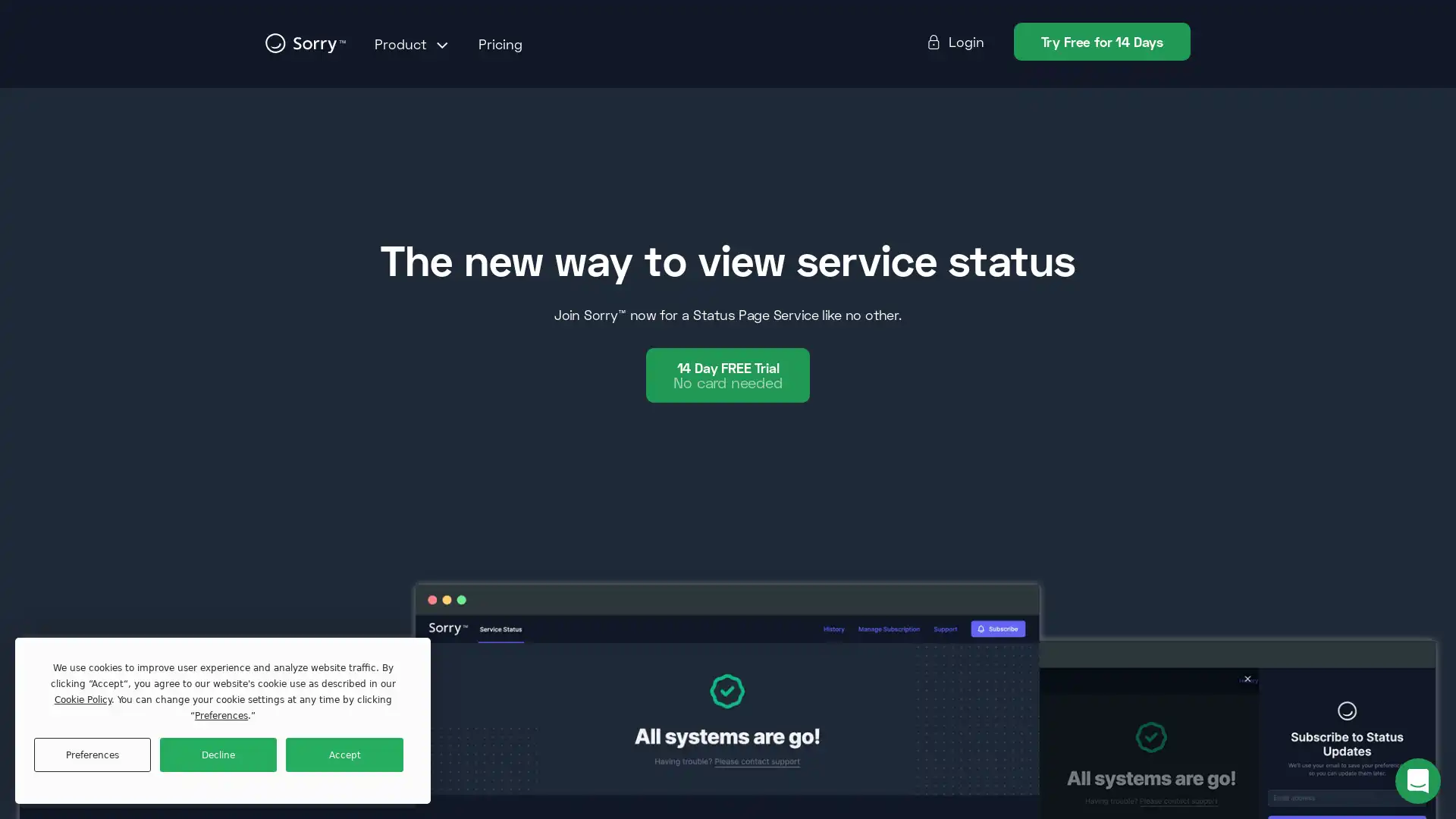 This screenshot has height=819, width=1456. What do you see at coordinates (218, 755) in the screenshot?
I see `Decline` at bounding box center [218, 755].